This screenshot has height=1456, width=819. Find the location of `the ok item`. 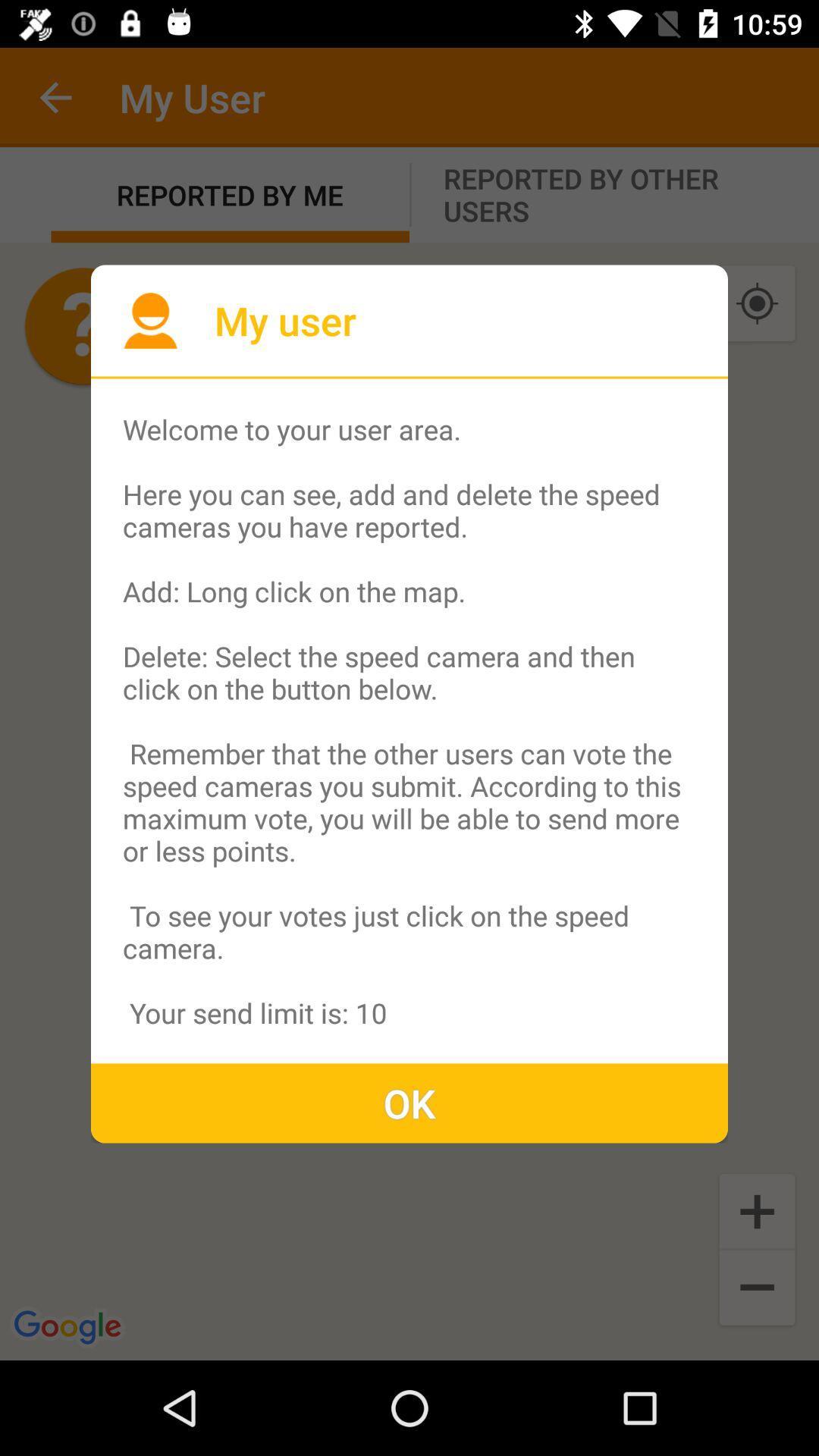

the ok item is located at coordinates (409, 1103).